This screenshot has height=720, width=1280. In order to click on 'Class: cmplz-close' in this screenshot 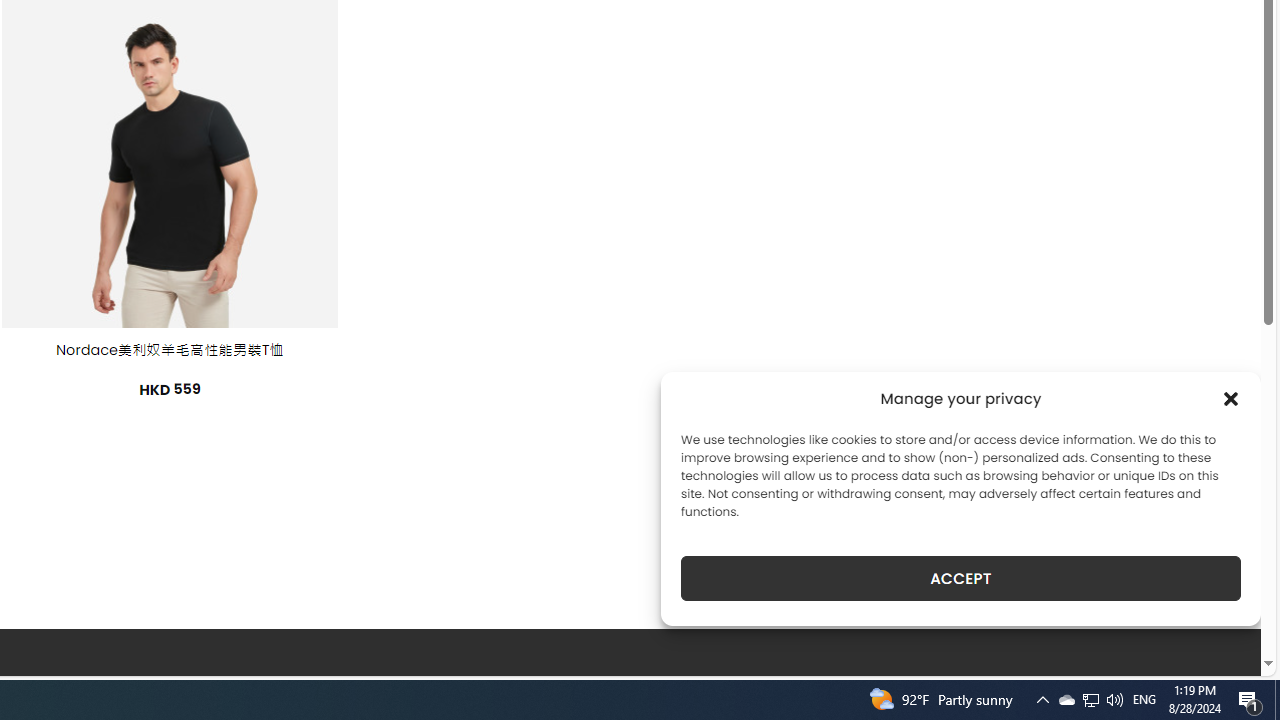, I will do `click(1230, 398)`.